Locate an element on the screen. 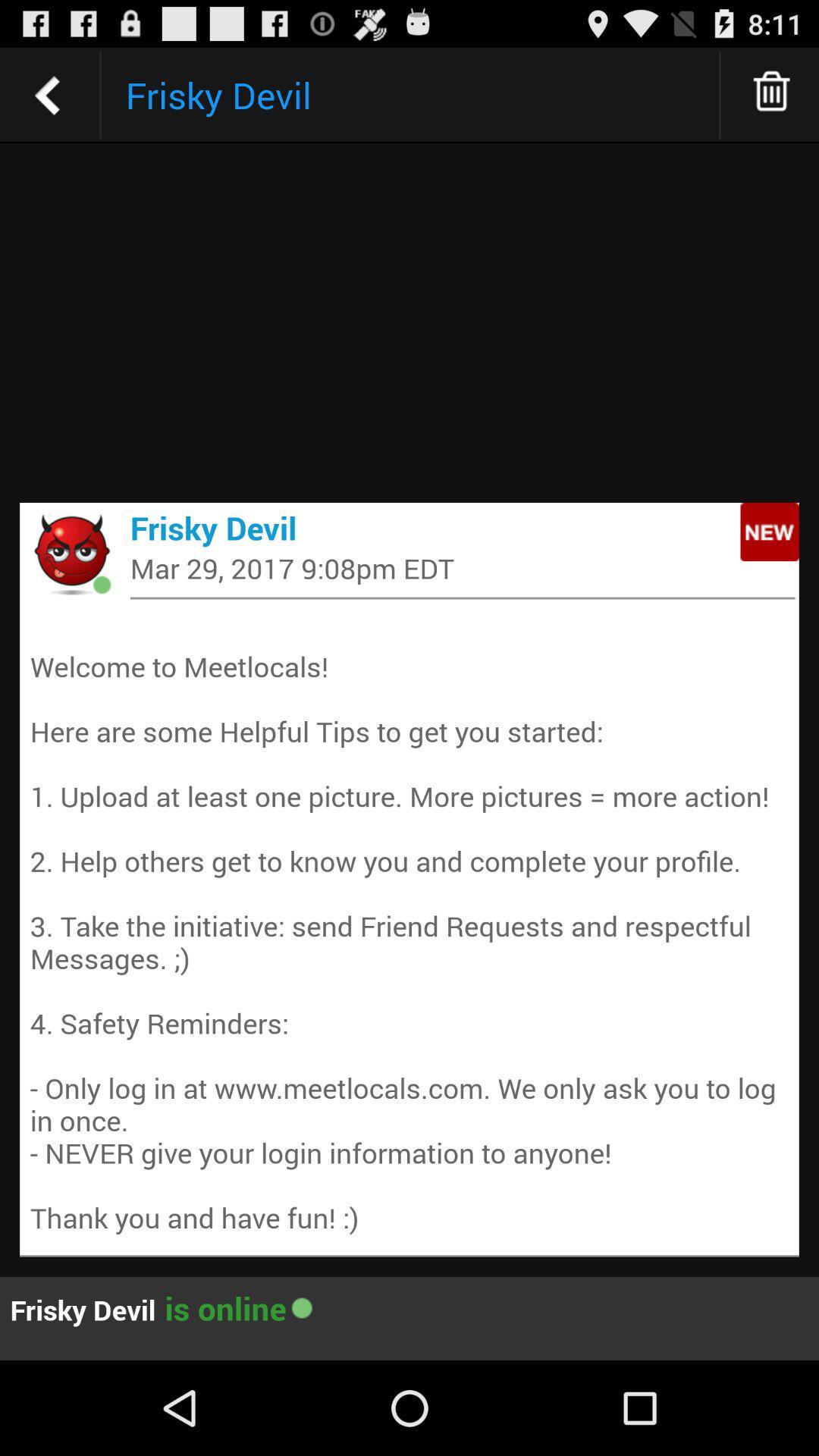 The width and height of the screenshot is (819, 1456). the app below mar 29 2017 item is located at coordinates (462, 597).